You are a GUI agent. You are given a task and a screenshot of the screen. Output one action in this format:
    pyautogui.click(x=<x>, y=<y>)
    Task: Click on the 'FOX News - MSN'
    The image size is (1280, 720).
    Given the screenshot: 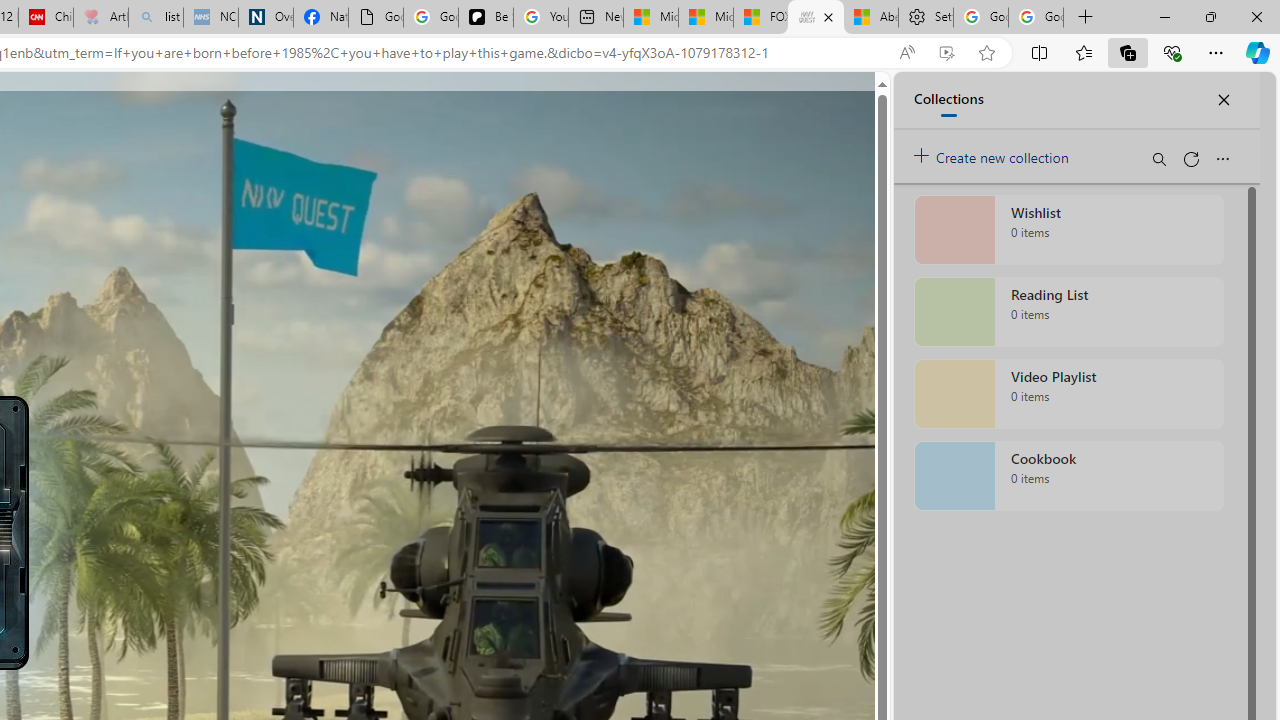 What is the action you would take?
    pyautogui.click(x=759, y=17)
    